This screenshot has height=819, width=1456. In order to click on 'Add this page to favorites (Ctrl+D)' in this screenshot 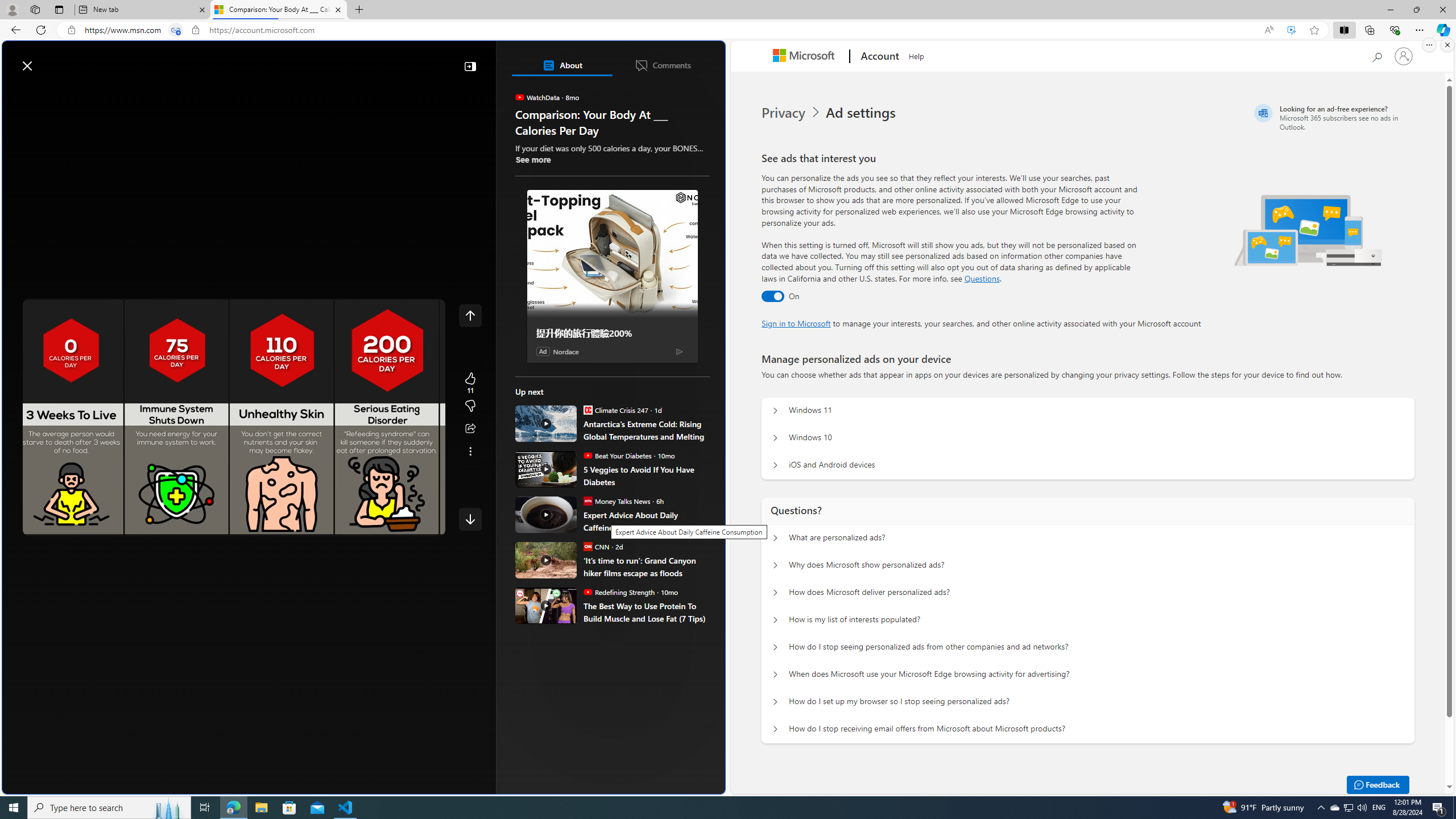, I will do `click(1314, 30)`.